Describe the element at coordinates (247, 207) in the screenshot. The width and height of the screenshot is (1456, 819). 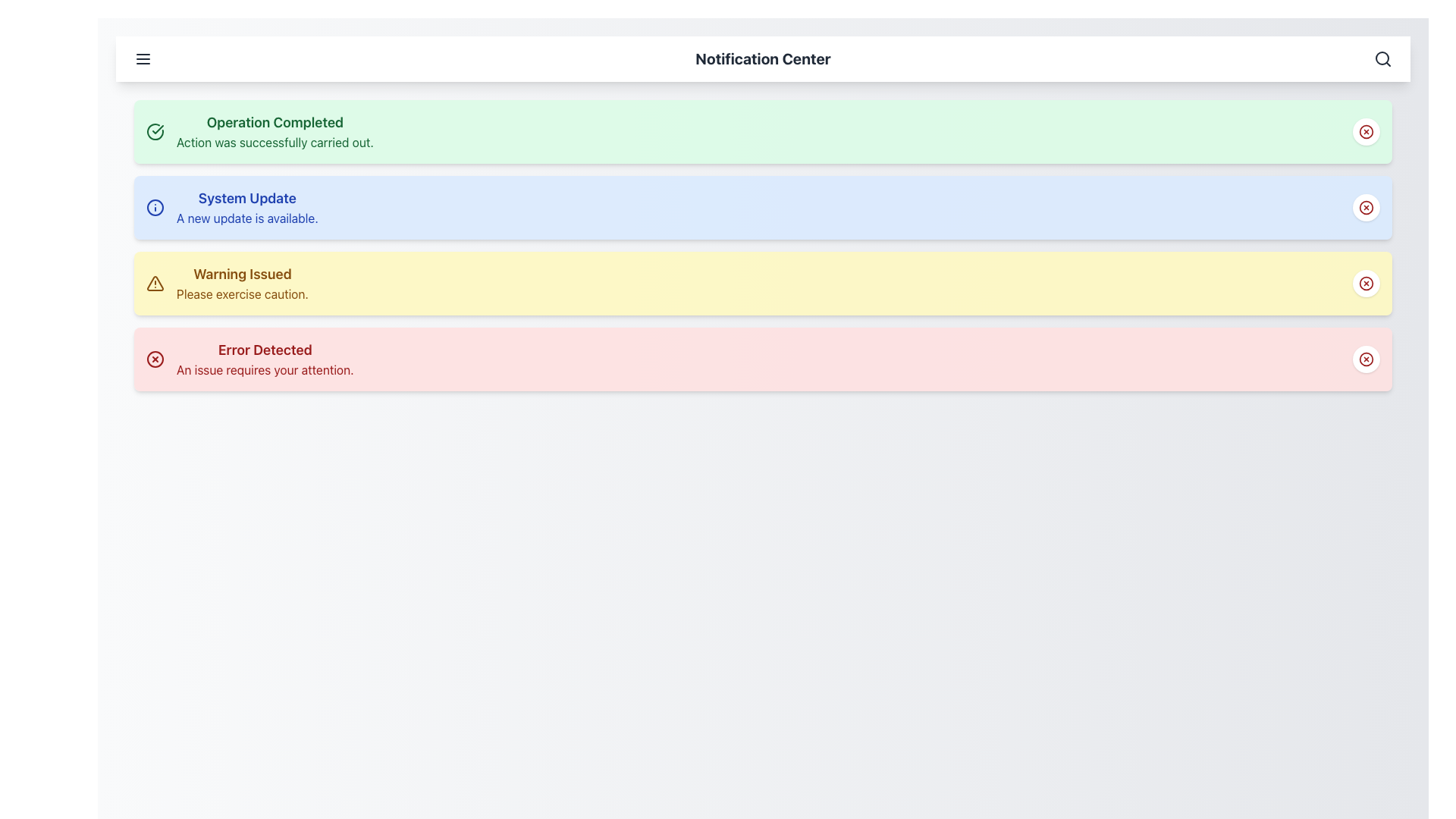
I see `text content of the Text Display that shows 'System Update' and 'A new update is available.'` at that location.